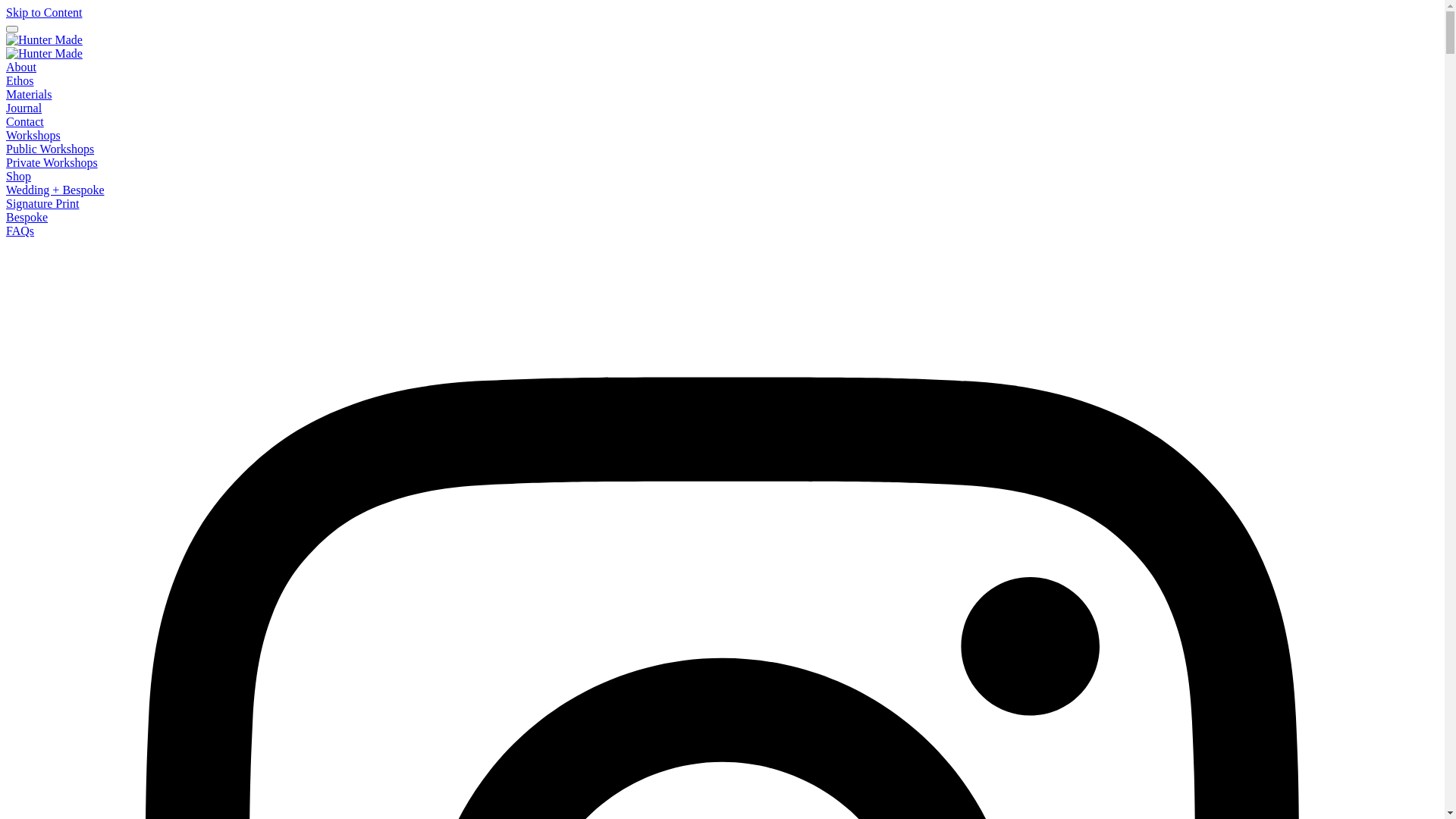 Image resolution: width=1456 pixels, height=819 pixels. What do you see at coordinates (52, 162) in the screenshot?
I see `'Private Workshops'` at bounding box center [52, 162].